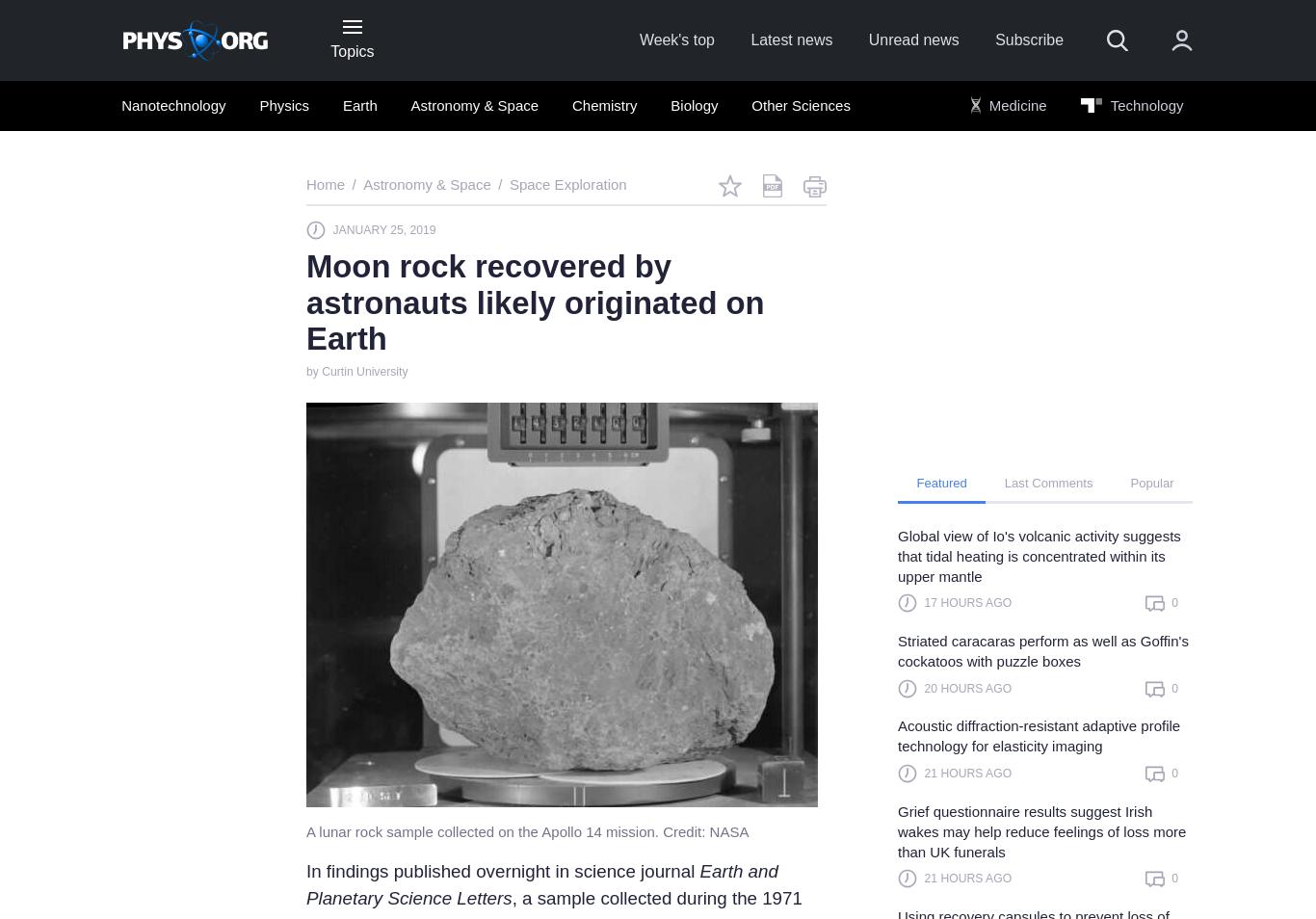 The image size is (1316, 919). What do you see at coordinates (650, 724) in the screenshot?
I see `'Donate and enjoy an ad-free experience'` at bounding box center [650, 724].